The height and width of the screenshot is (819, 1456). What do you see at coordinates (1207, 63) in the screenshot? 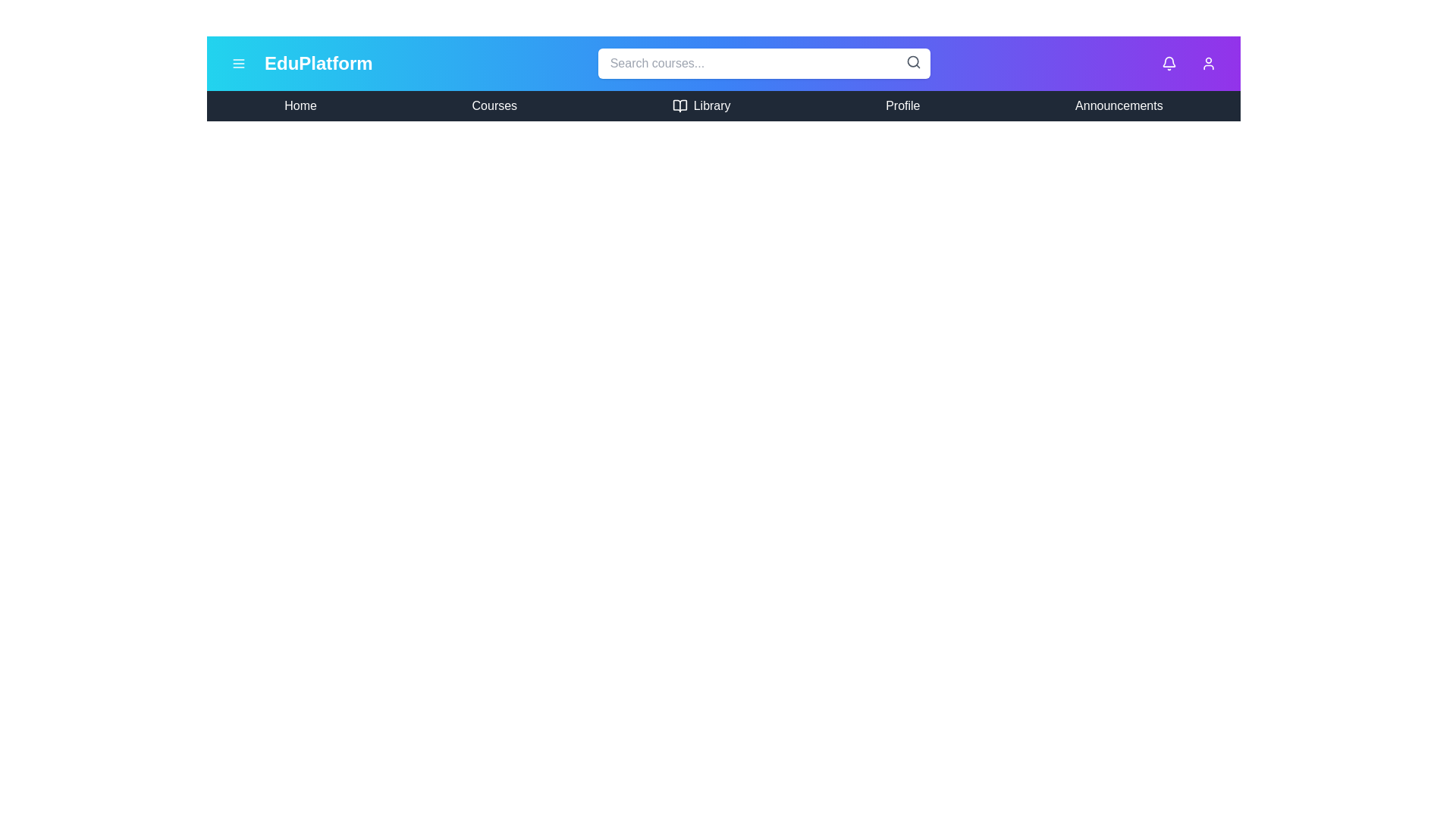
I see `the user icon to open the user profile` at bounding box center [1207, 63].